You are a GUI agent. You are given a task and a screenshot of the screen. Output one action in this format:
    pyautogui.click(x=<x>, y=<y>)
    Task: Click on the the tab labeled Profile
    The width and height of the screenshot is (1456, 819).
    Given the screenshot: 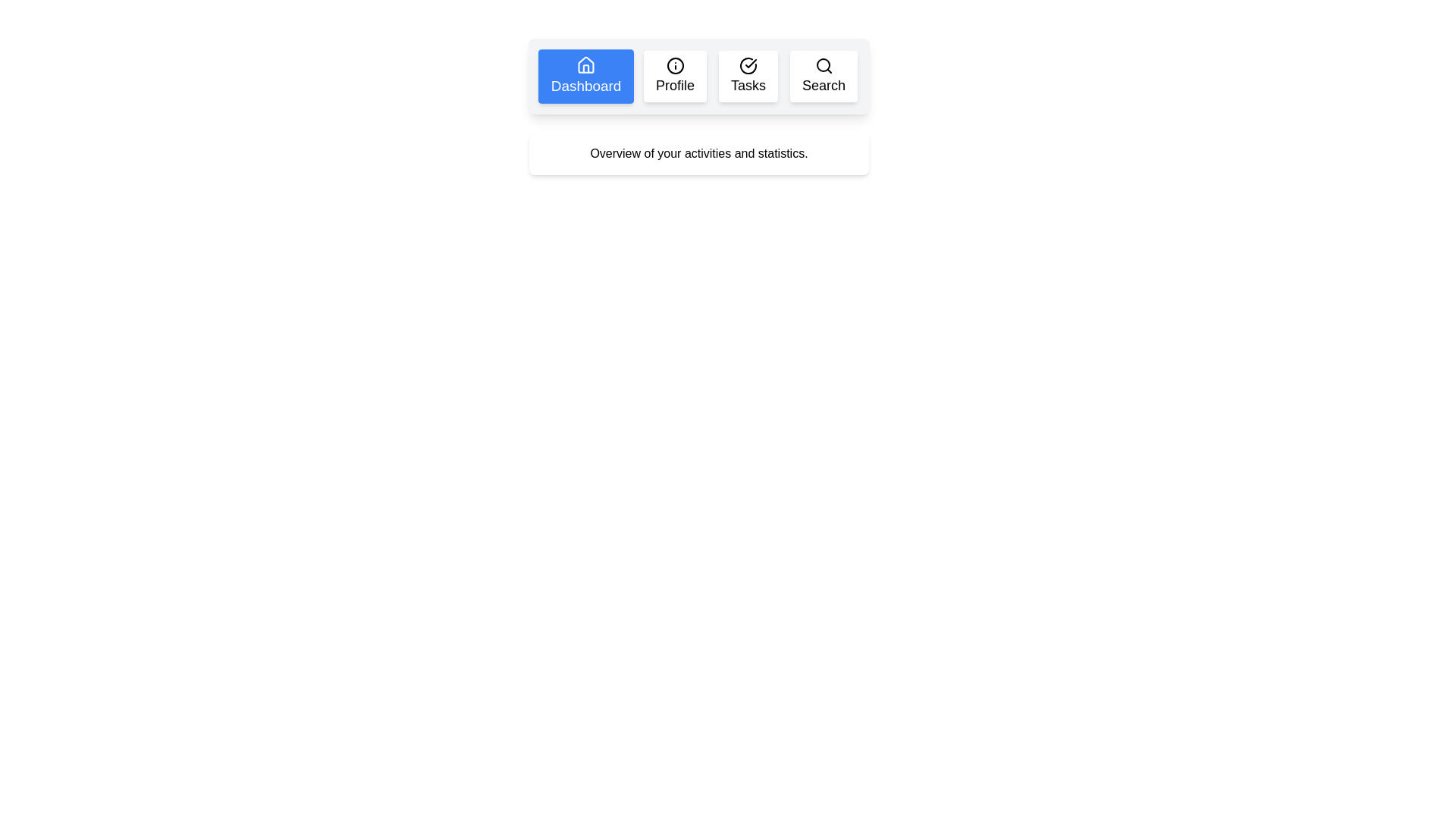 What is the action you would take?
    pyautogui.click(x=674, y=76)
    